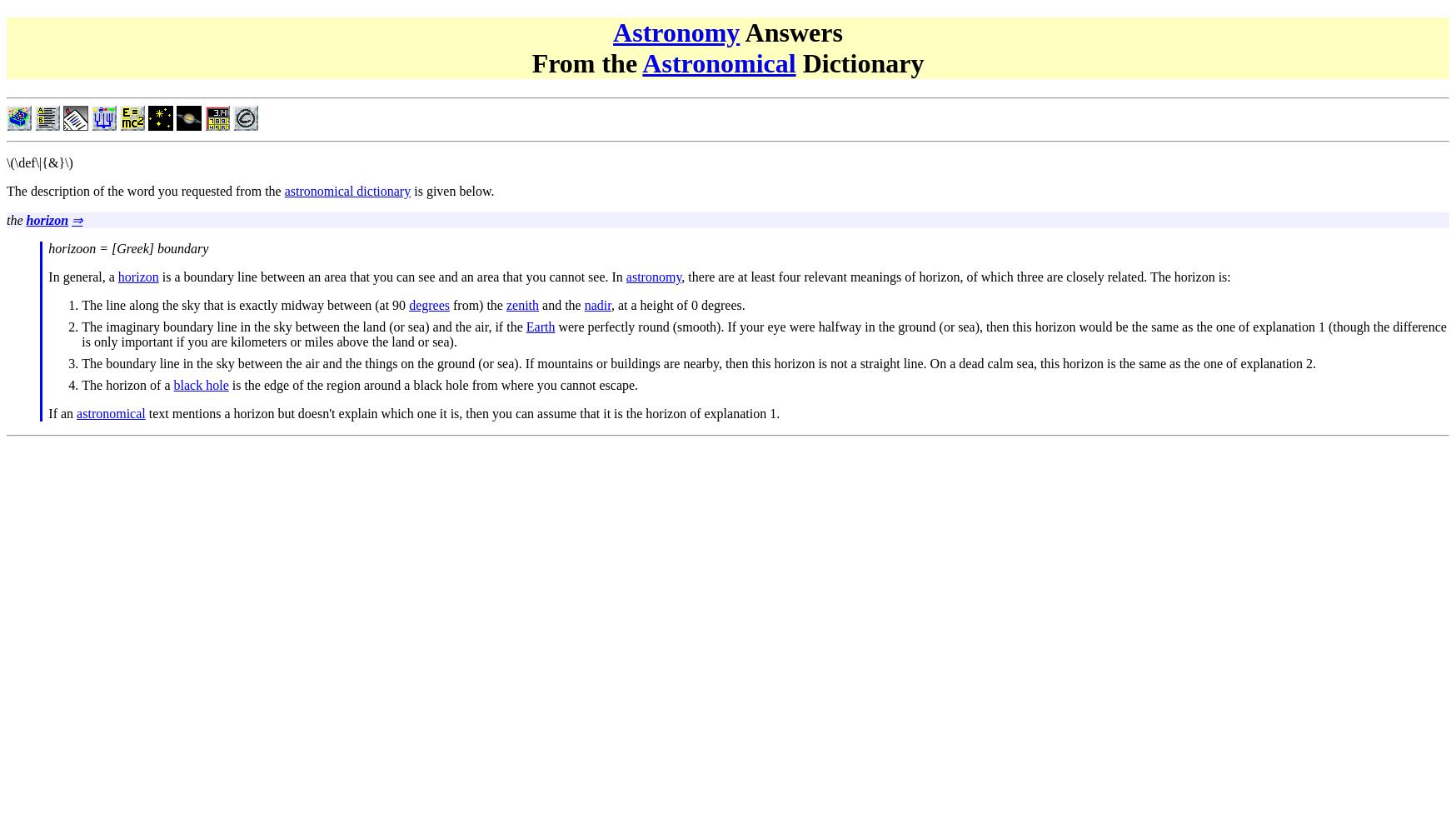 This screenshot has height=833, width=1456. I want to click on 'The horizon of a', so click(126, 383).